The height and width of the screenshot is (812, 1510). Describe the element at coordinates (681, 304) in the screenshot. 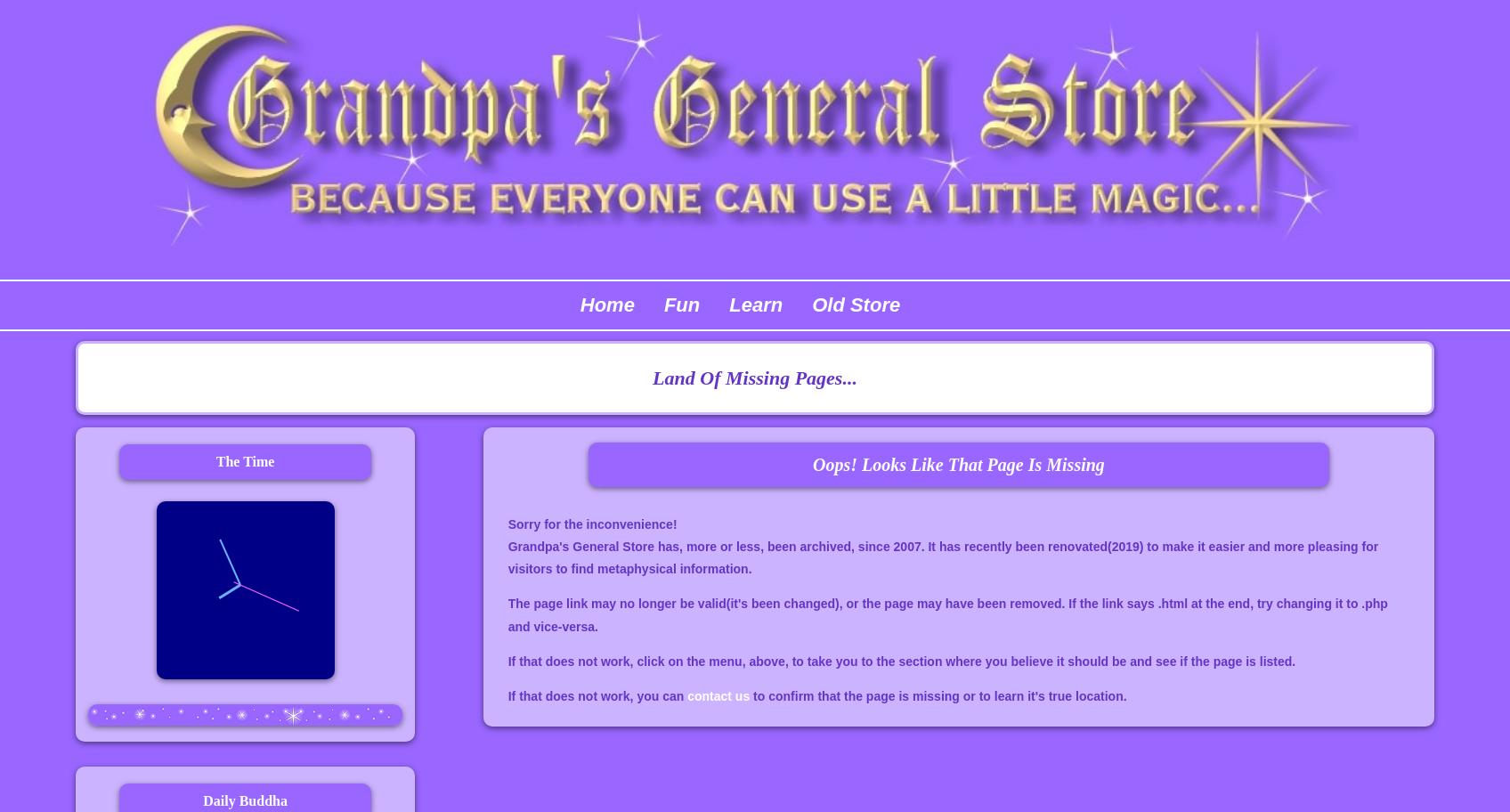

I see `'Fun'` at that location.